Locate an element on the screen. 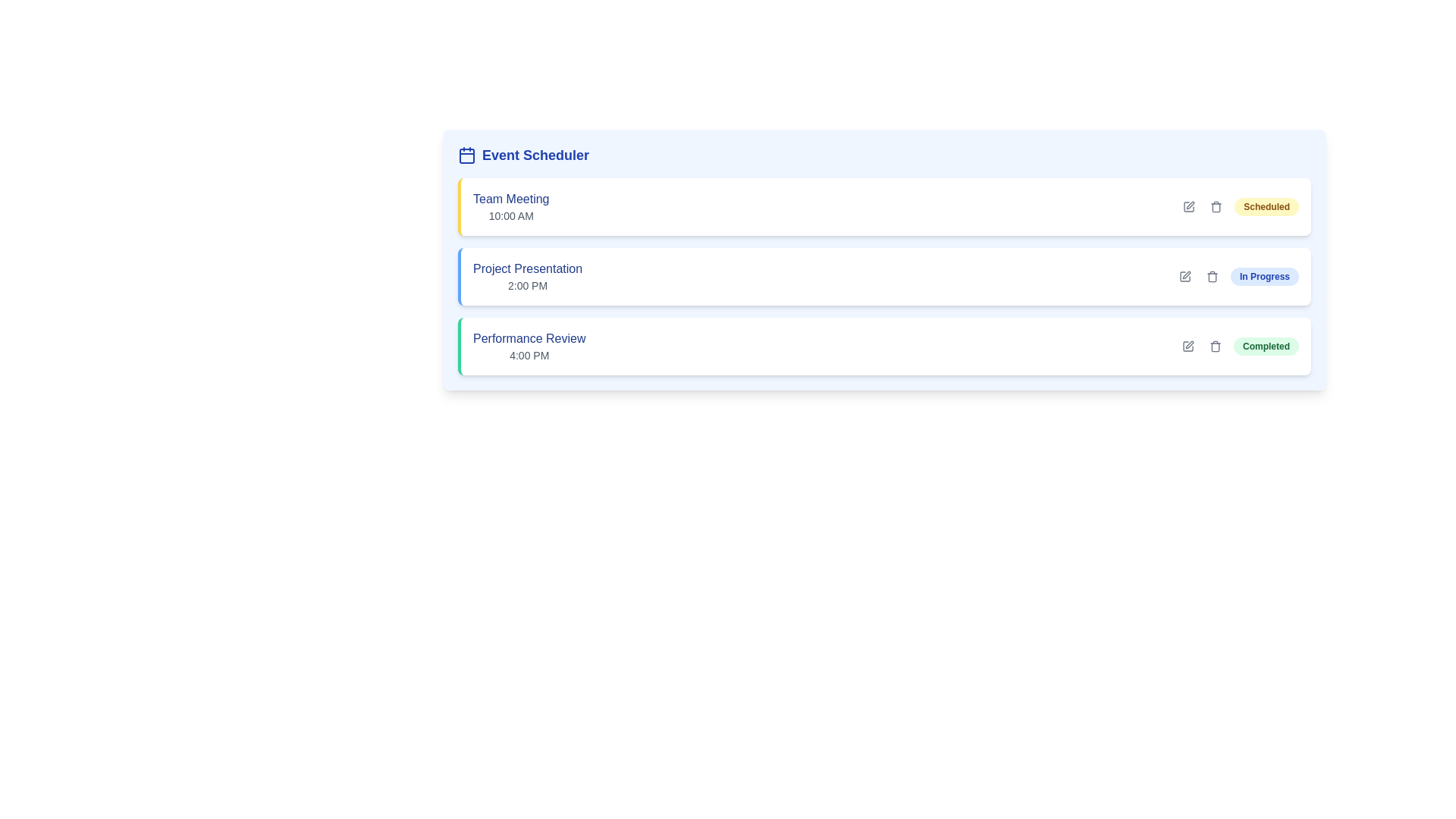 The width and height of the screenshot is (1456, 819). the text label displaying 'Performance Review' which is in bold, dark blue font, positioned in the third row of event blocks, above the time detail '4:00 PM' is located at coordinates (529, 338).